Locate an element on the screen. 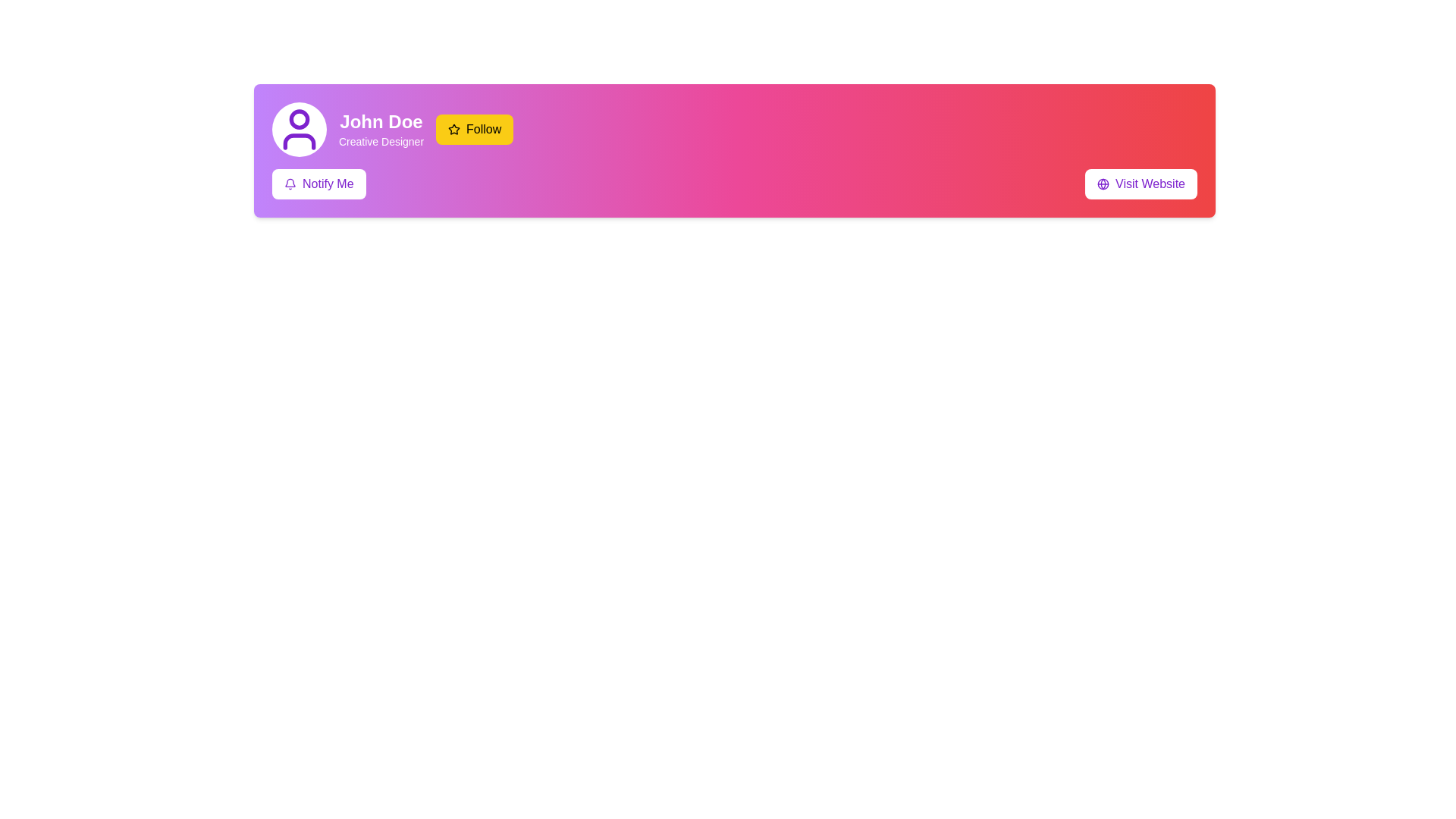 Image resolution: width=1456 pixels, height=819 pixels. the distinct purple circular graphical element that serves as the centerpiece of the SVG user icon, located in the left side of the interface is located at coordinates (299, 118).